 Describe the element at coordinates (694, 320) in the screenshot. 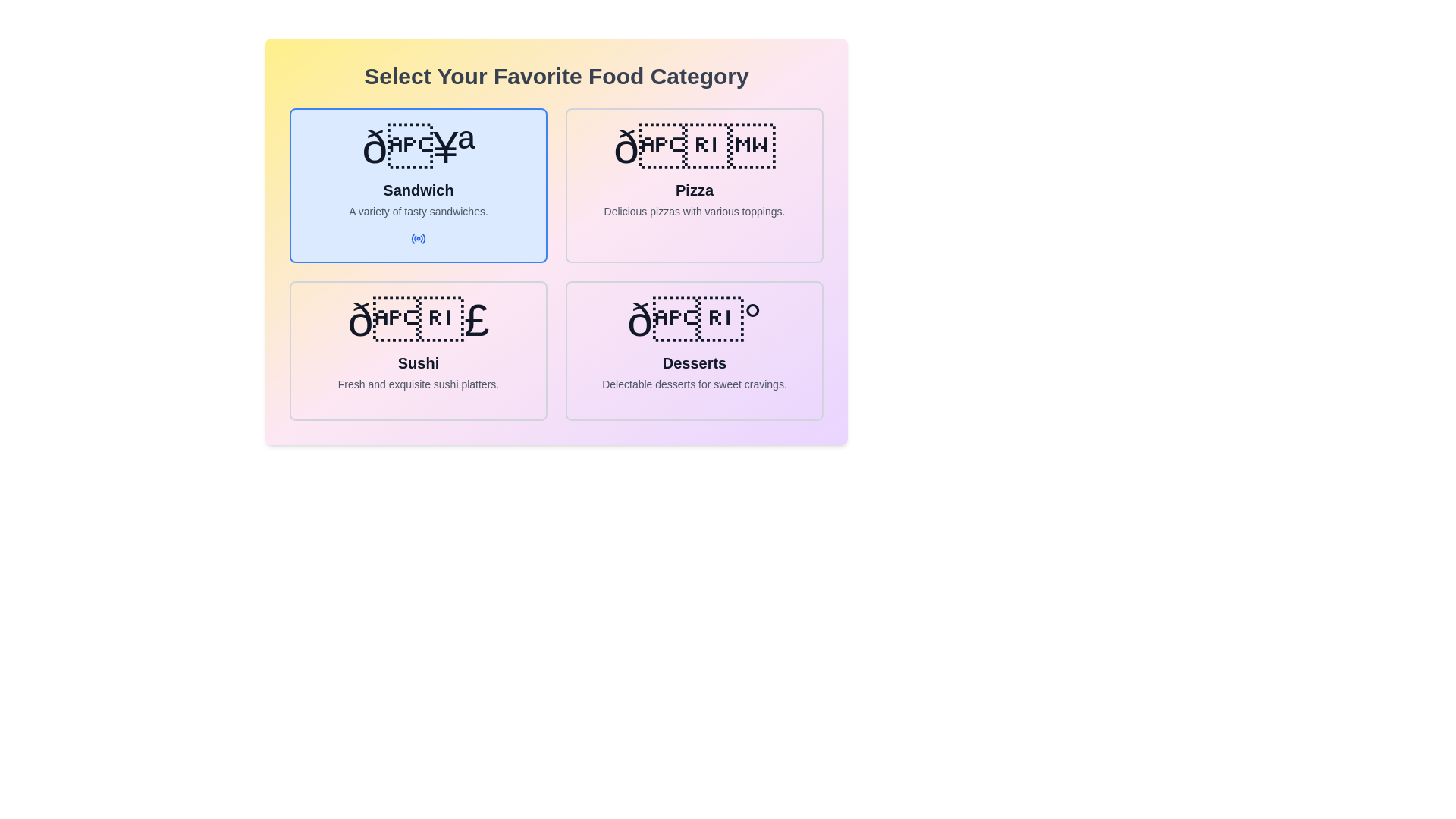

I see `the decorative icon located at the bottom-right of the 'Desserts' card section, which visually represents desserts, before the text 'Desserts'` at that location.